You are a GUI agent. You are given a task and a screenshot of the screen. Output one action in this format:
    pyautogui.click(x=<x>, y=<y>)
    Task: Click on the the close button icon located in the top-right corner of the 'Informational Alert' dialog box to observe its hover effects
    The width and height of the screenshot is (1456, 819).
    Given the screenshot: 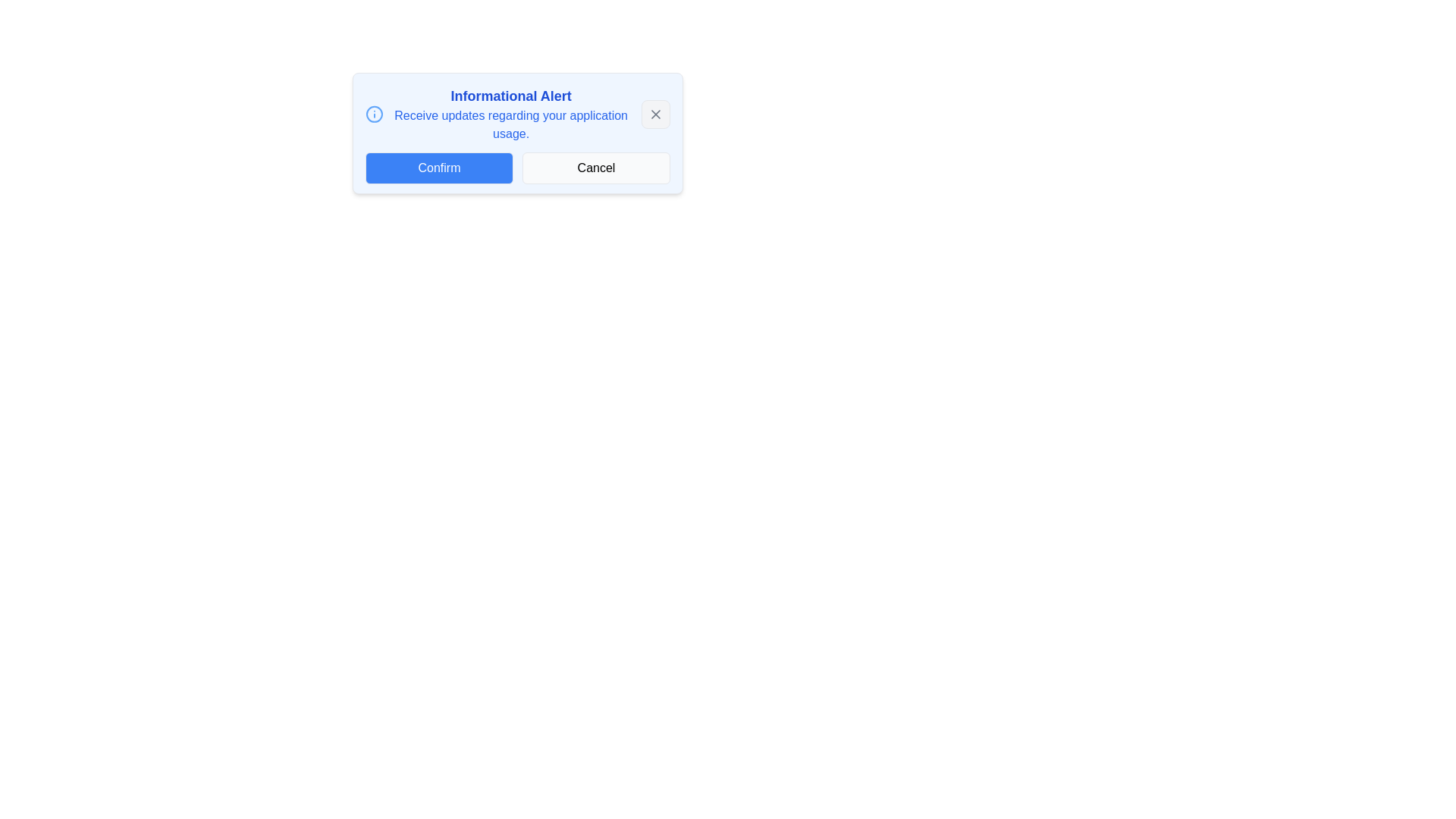 What is the action you would take?
    pyautogui.click(x=655, y=113)
    